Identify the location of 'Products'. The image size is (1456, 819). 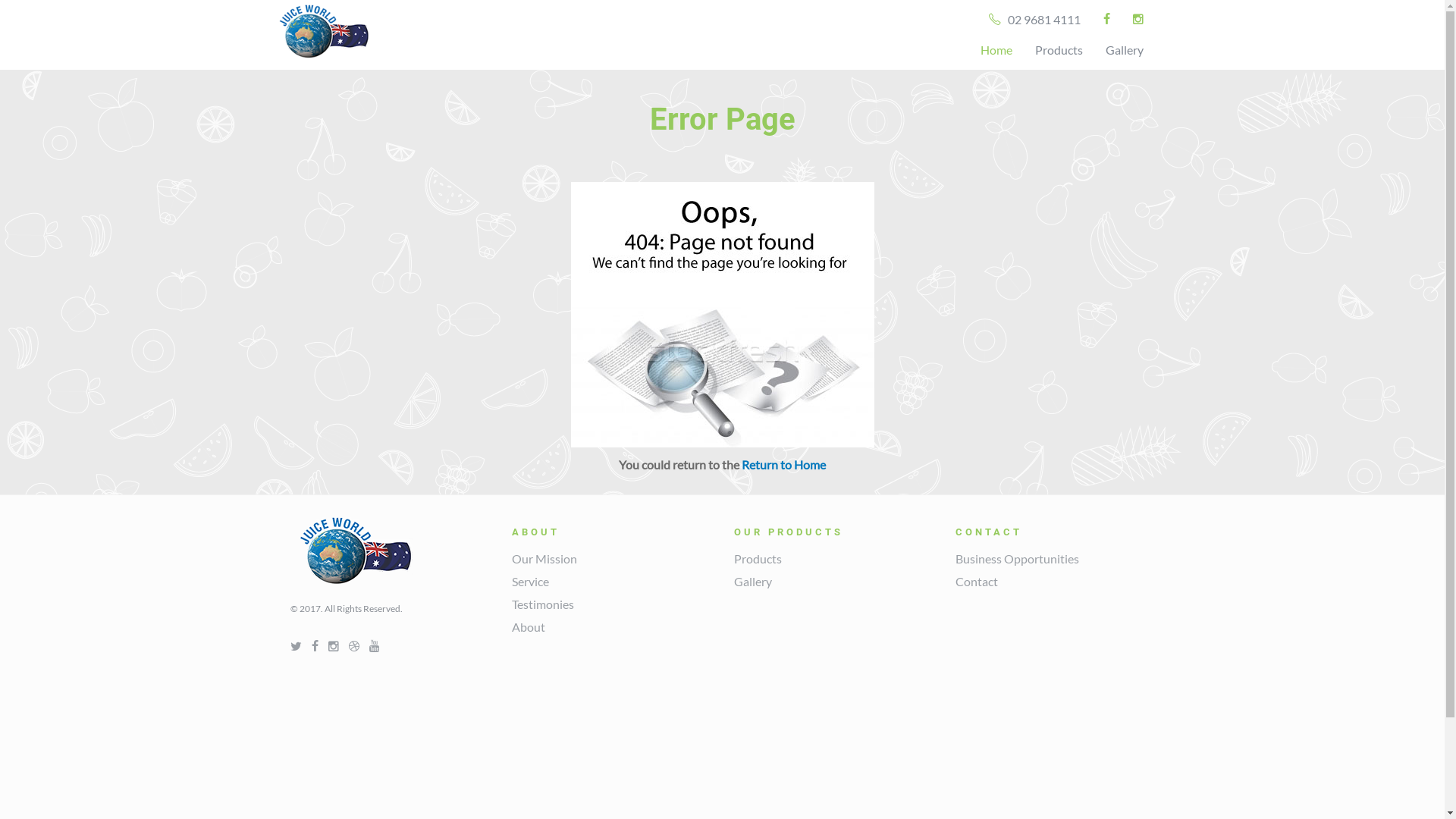
(1058, 49).